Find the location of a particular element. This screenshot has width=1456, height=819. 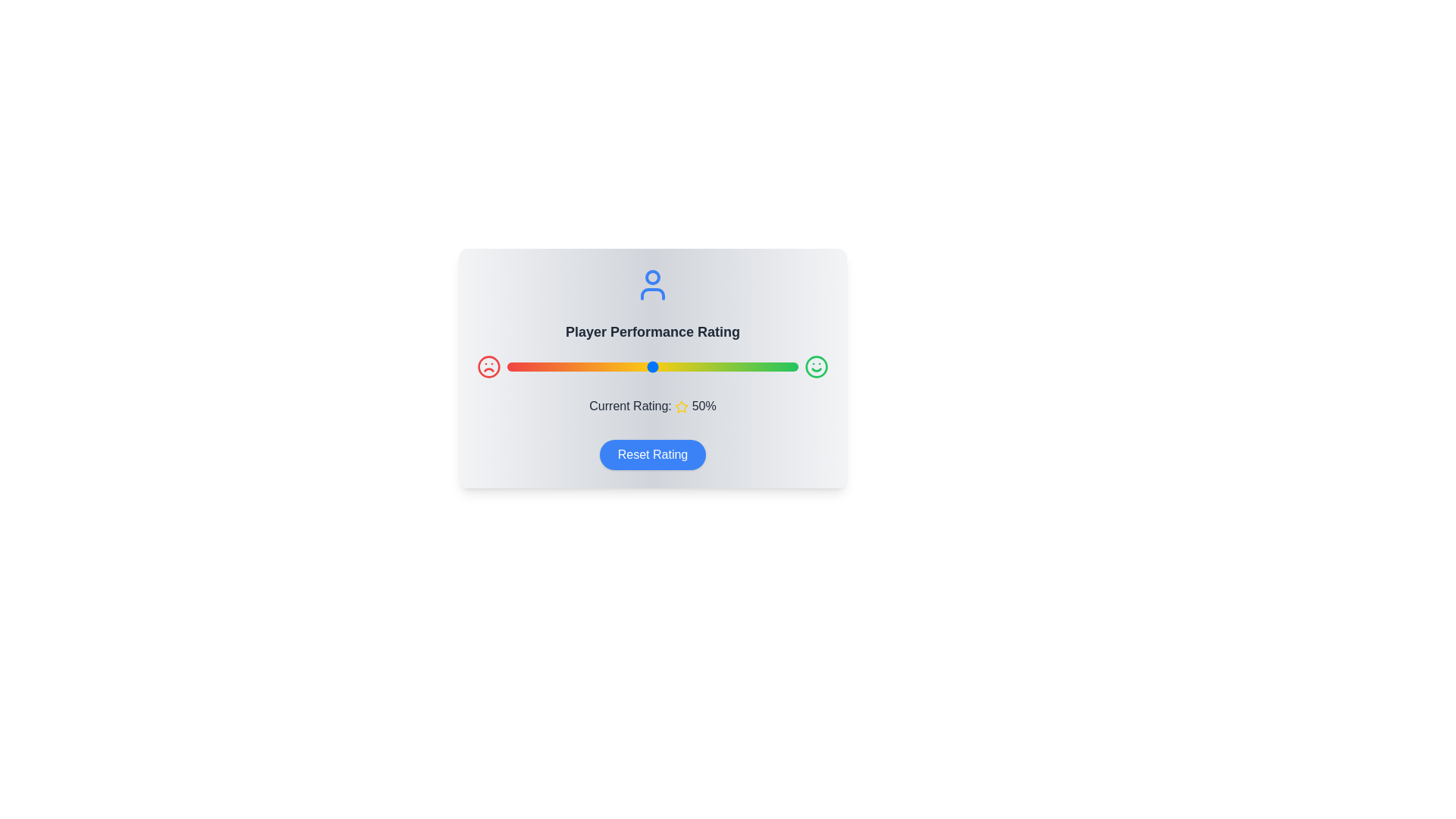

the rating slider to 55% is located at coordinates (667, 366).